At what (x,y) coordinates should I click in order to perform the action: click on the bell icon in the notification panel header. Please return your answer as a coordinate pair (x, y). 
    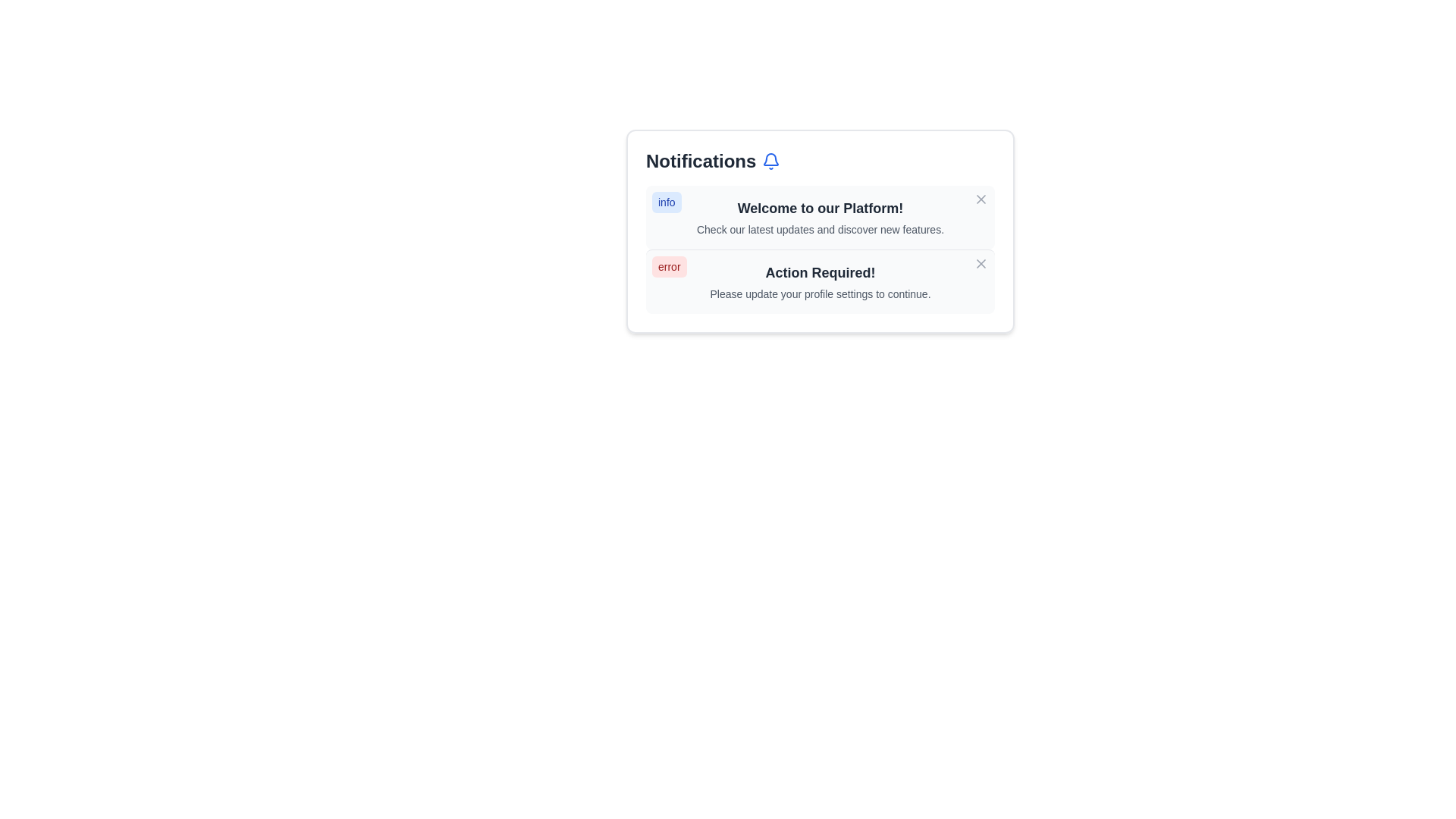
    Looking at the image, I should click on (771, 161).